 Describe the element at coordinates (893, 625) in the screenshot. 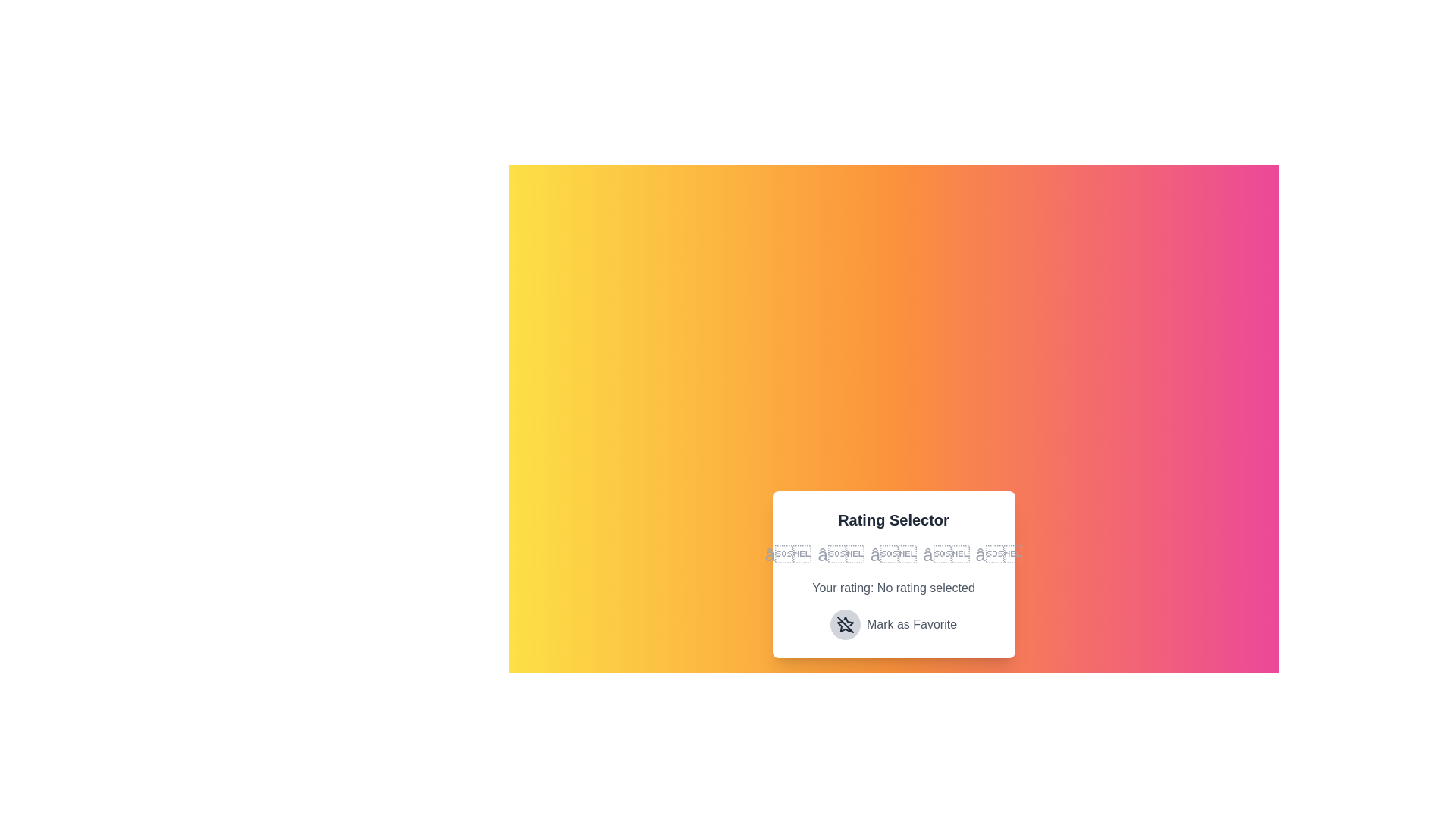

I see `the favorite toggle button located at the bottom of the 'Rating Selector' section, directly below 'Your rating: No rating selected'` at that location.